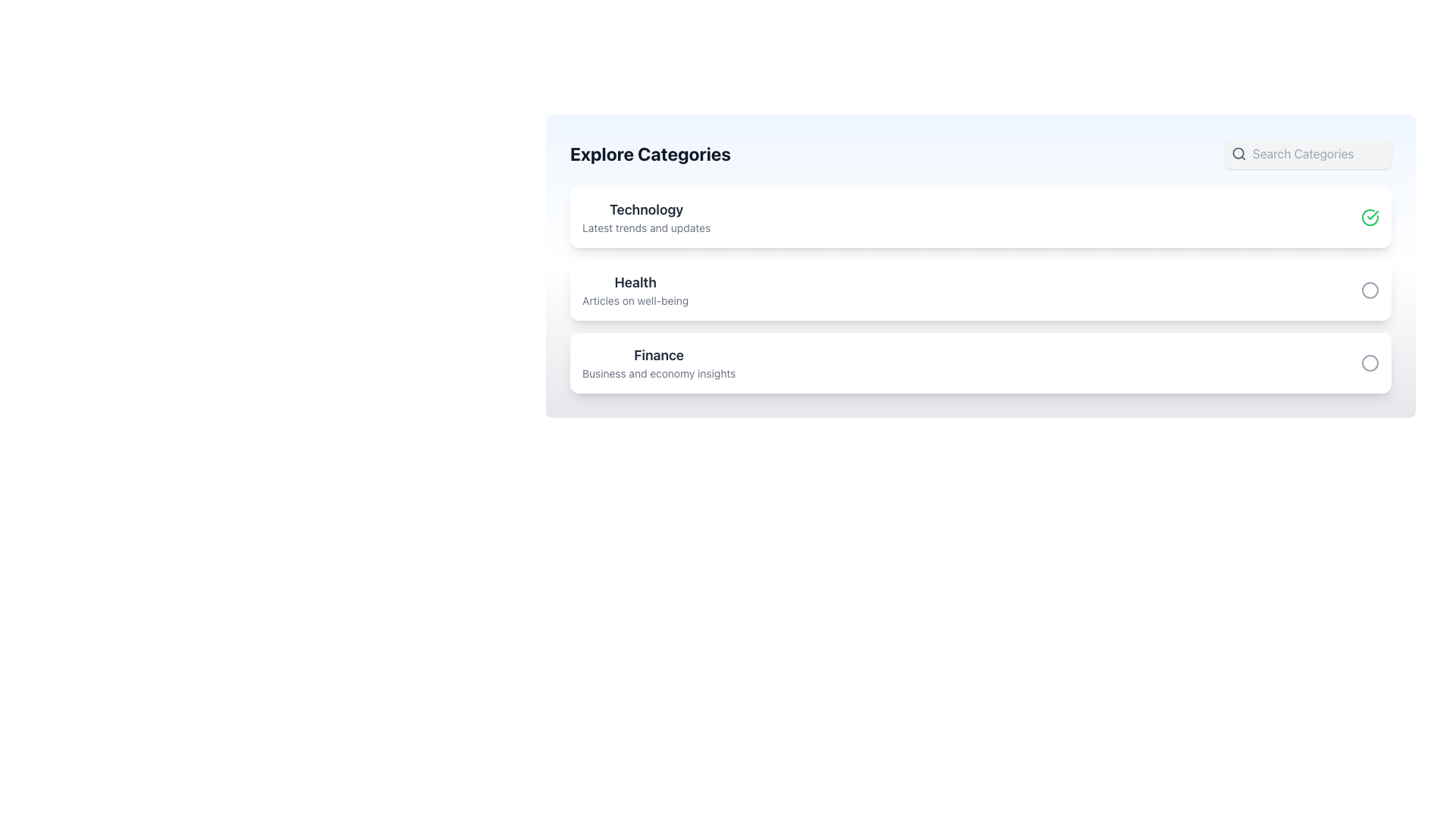 This screenshot has width=1456, height=819. Describe the element at coordinates (981, 362) in the screenshot. I see `the selectable list item titled 'Finance' which is the third item in the 'Explore Categories' list` at that location.